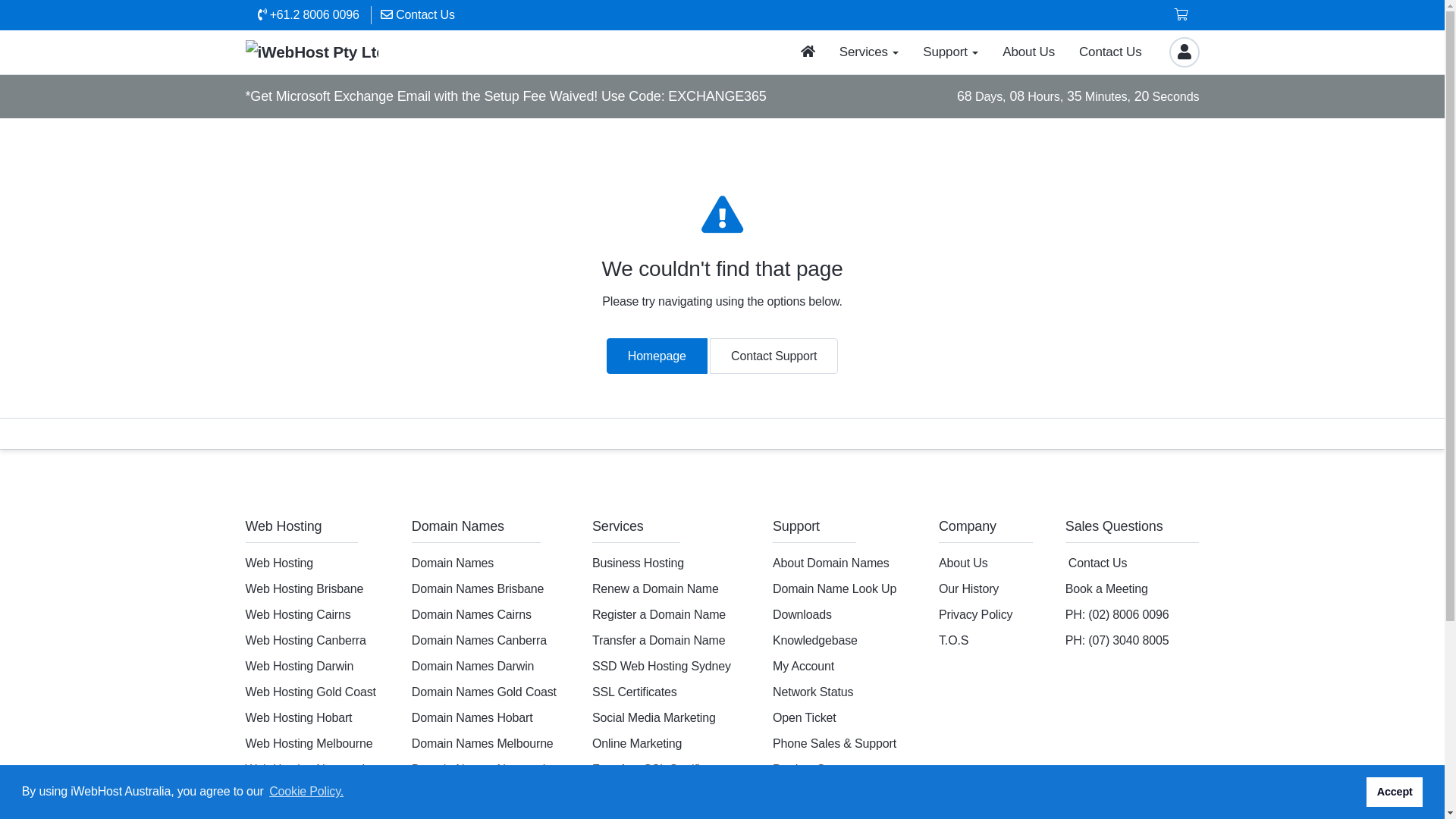 Image resolution: width=1456 pixels, height=819 pixels. What do you see at coordinates (801, 614) in the screenshot?
I see `'Downloads'` at bounding box center [801, 614].